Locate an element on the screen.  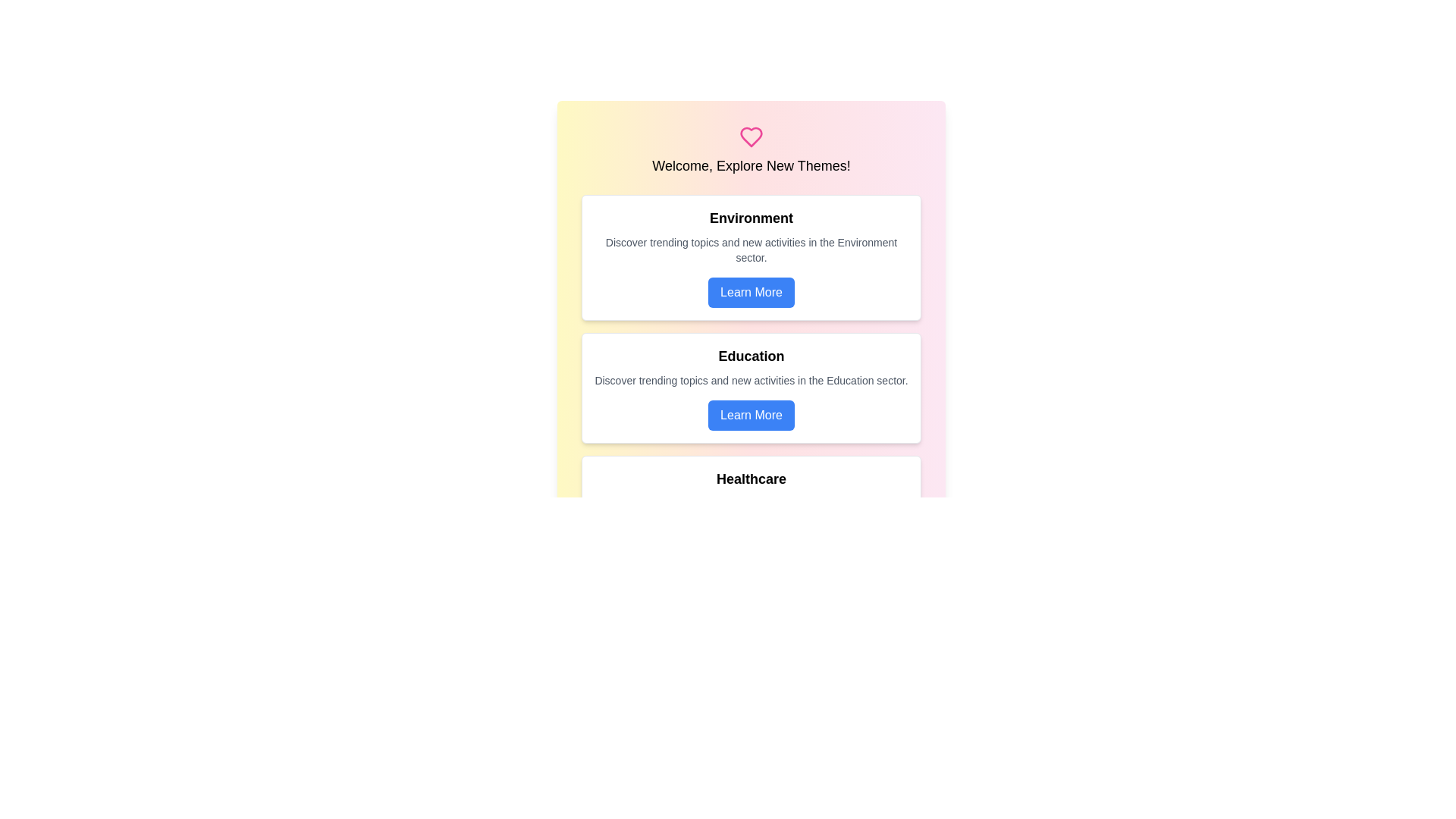
the decorative pink heart icon in the header that displays the message 'Welcome, Explore New Themes!' is located at coordinates (751, 151).